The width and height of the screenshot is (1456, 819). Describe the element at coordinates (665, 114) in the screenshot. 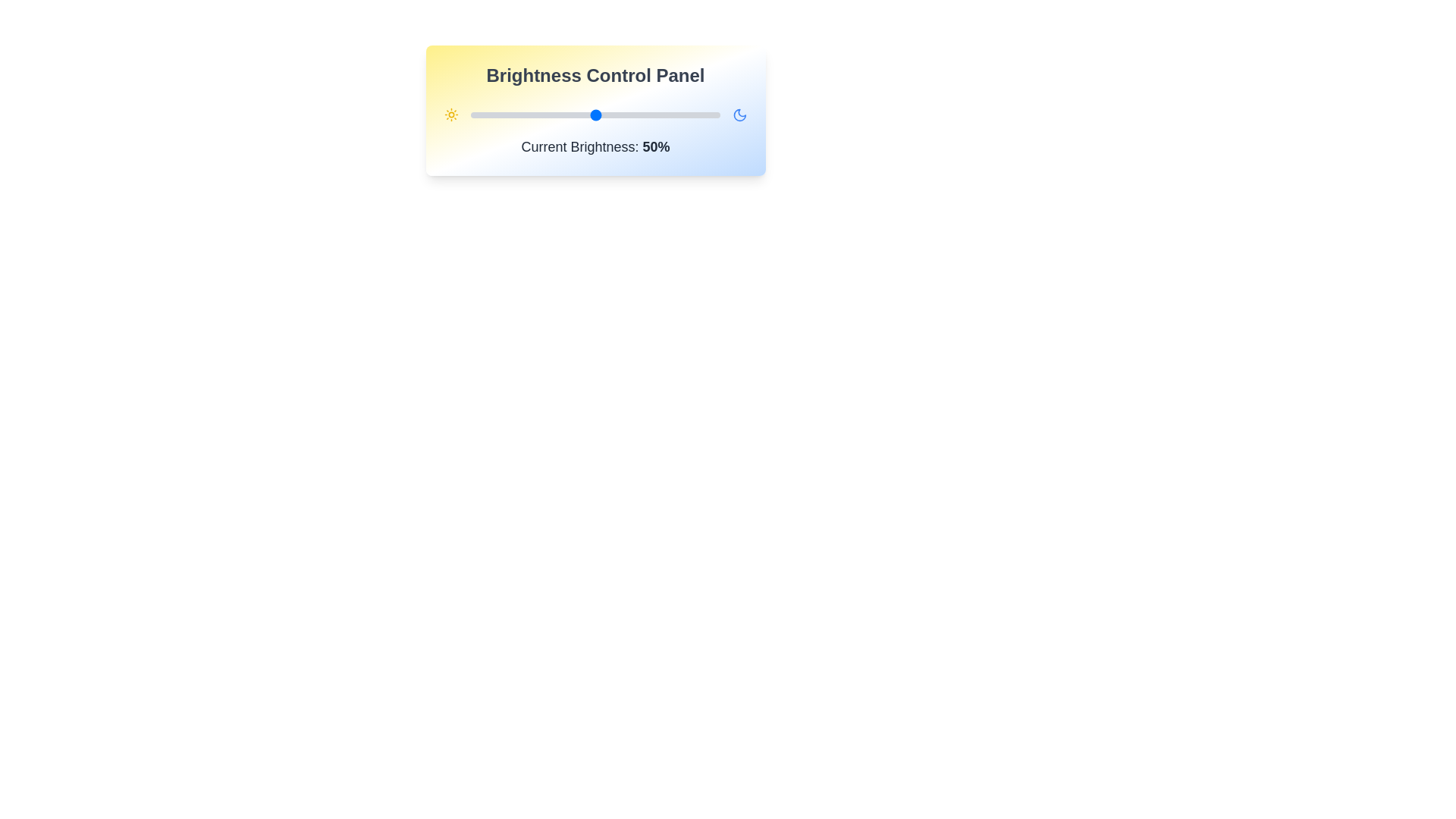

I see `the brightness` at that location.